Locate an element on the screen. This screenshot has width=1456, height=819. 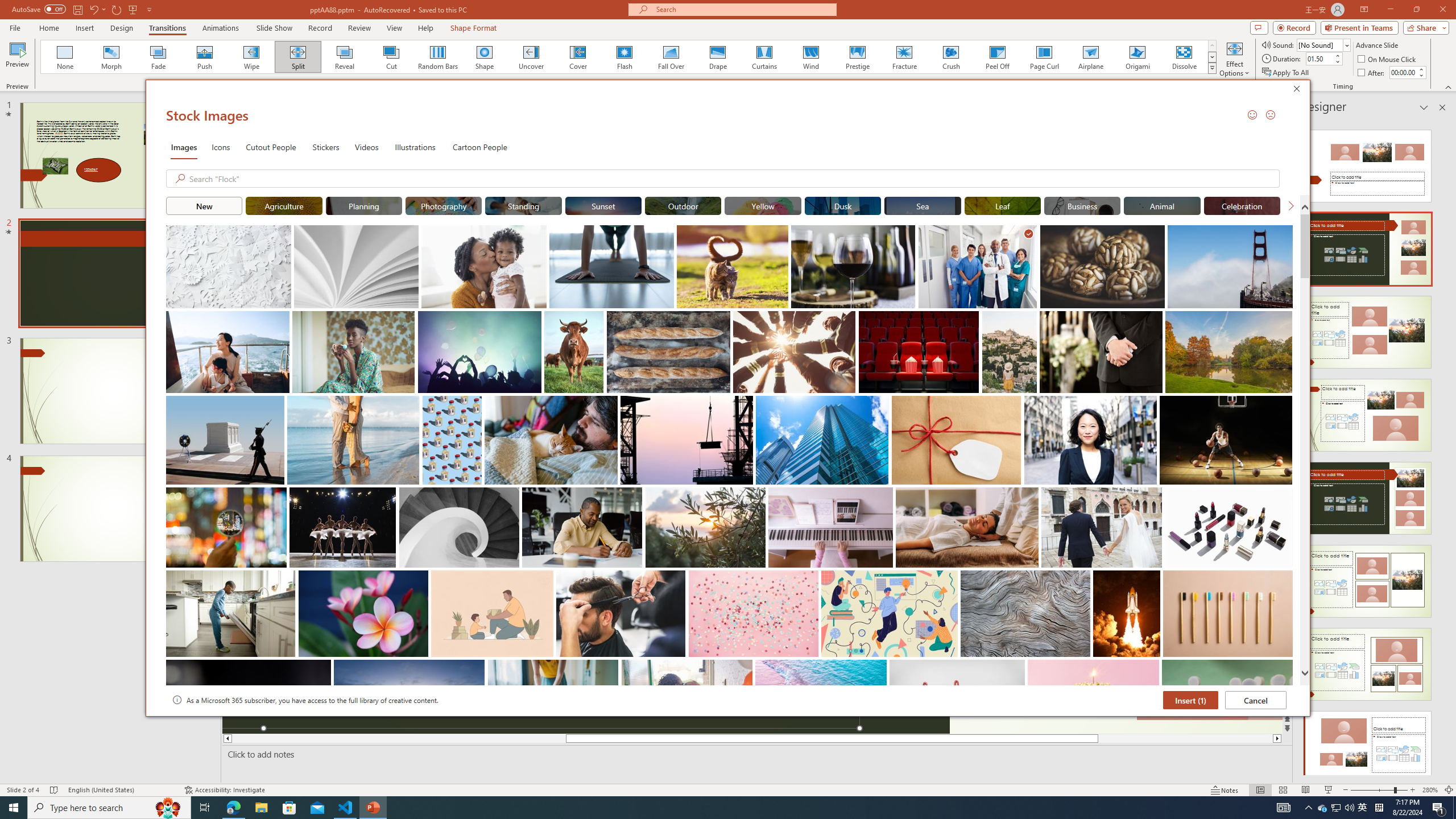
'More' is located at coordinates (1421, 68).